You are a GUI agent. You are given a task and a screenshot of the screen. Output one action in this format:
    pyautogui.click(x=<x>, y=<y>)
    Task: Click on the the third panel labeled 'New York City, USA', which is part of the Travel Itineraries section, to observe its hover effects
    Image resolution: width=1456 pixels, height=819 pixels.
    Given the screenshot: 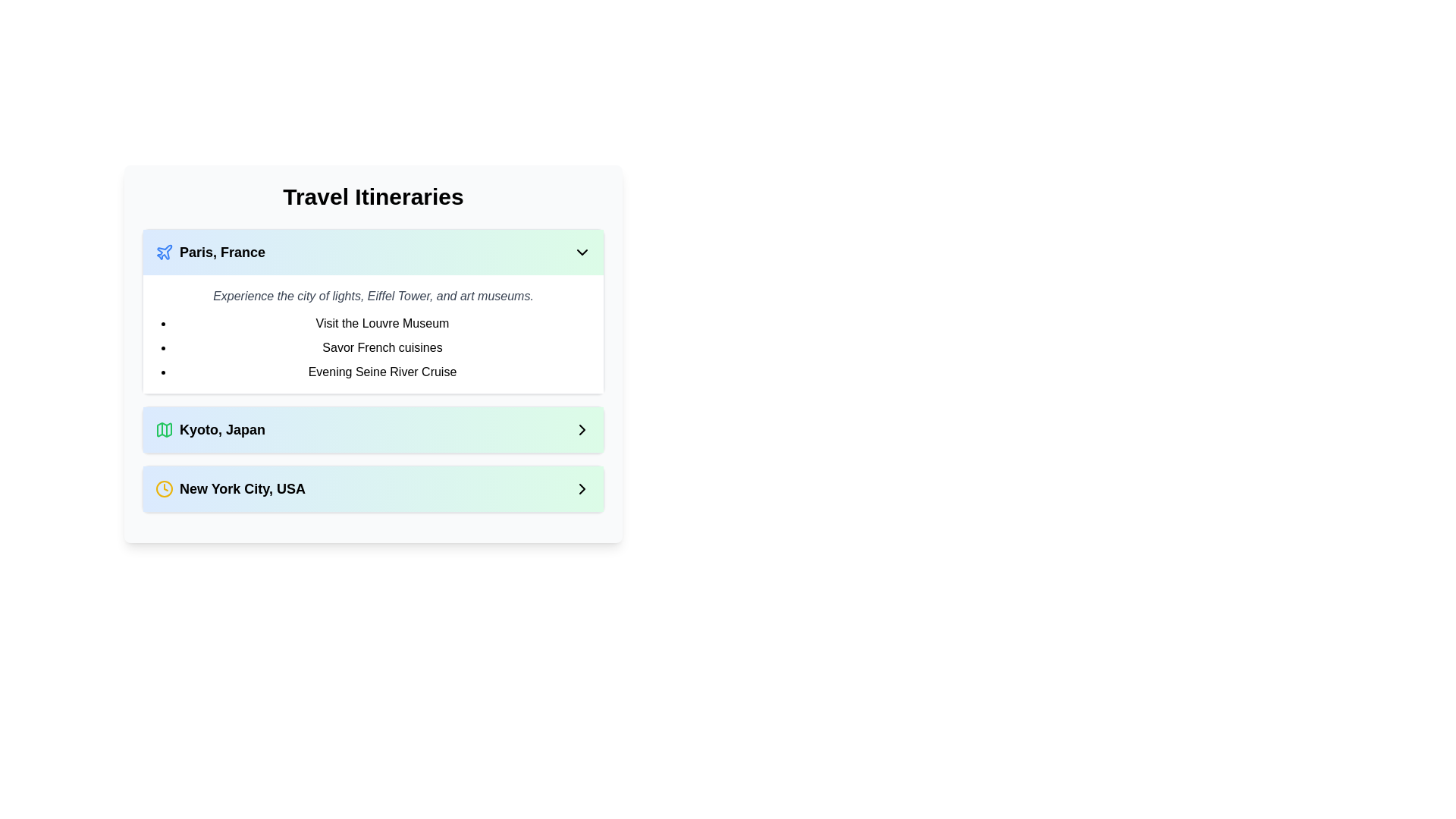 What is the action you would take?
    pyautogui.click(x=373, y=488)
    